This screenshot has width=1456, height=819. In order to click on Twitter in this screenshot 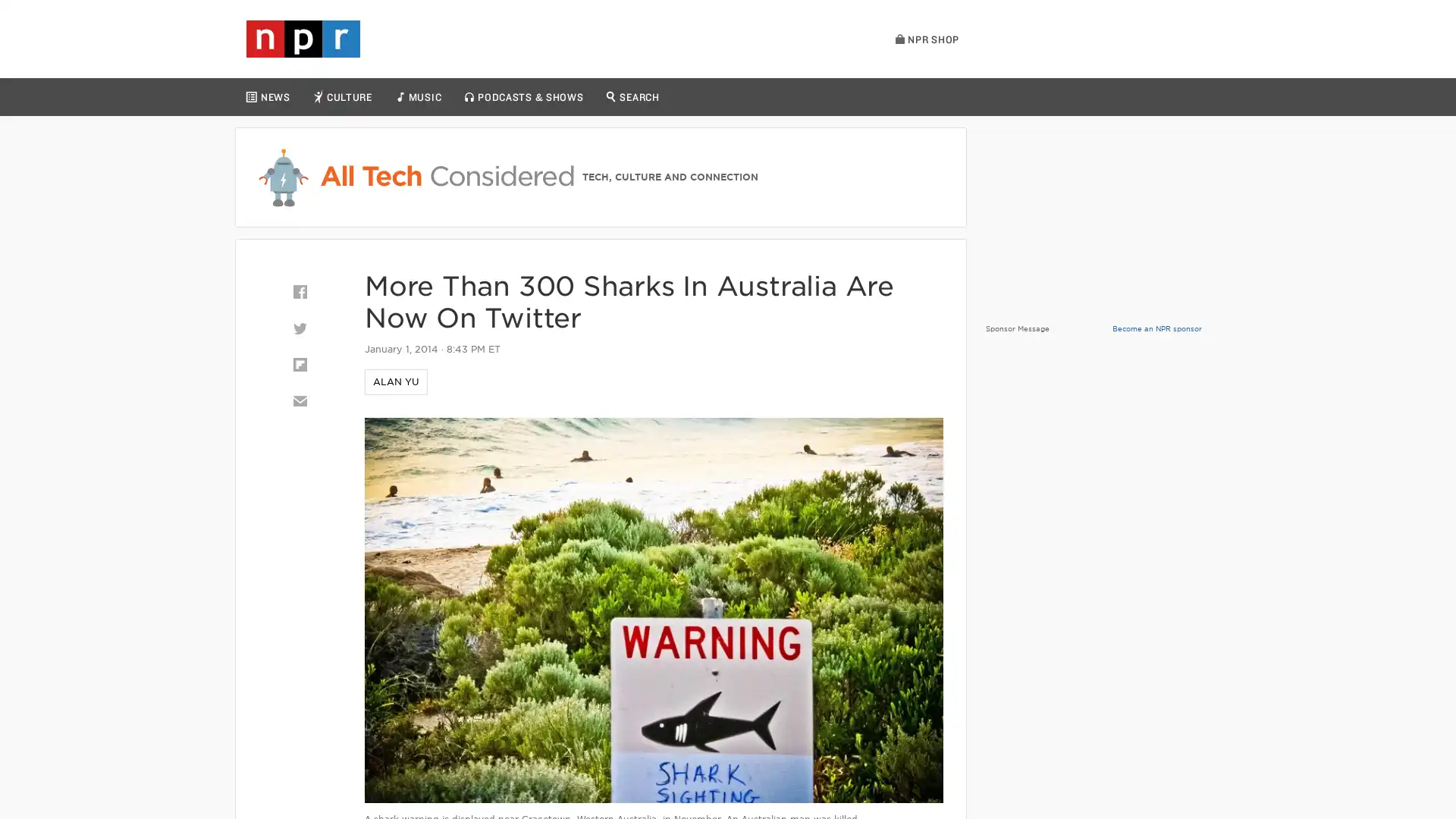, I will do `click(299, 327)`.